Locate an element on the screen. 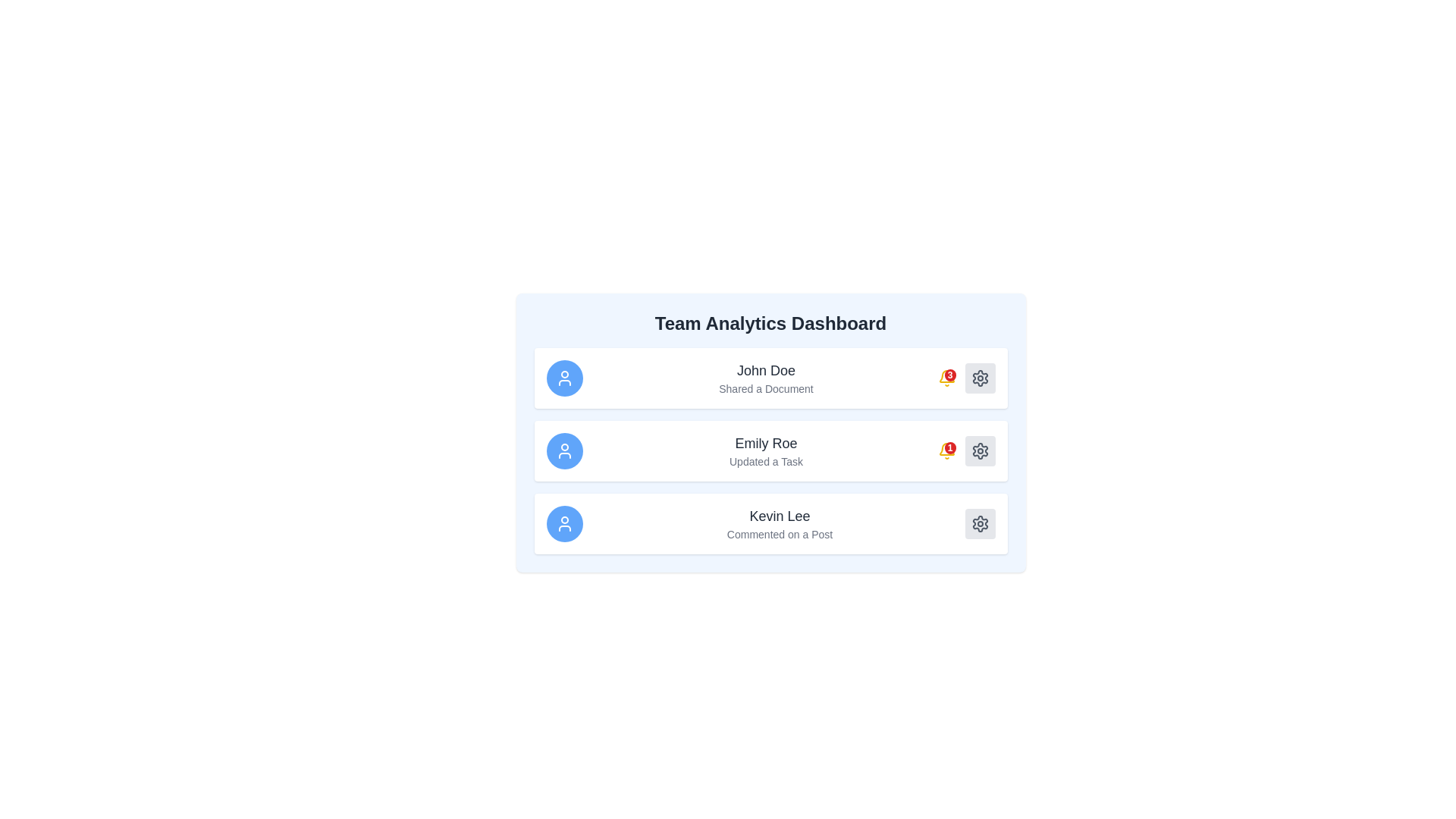  the settings button located to the far right of the 'John Doe' row in the 'Team Analytics Dashboard' is located at coordinates (980, 377).